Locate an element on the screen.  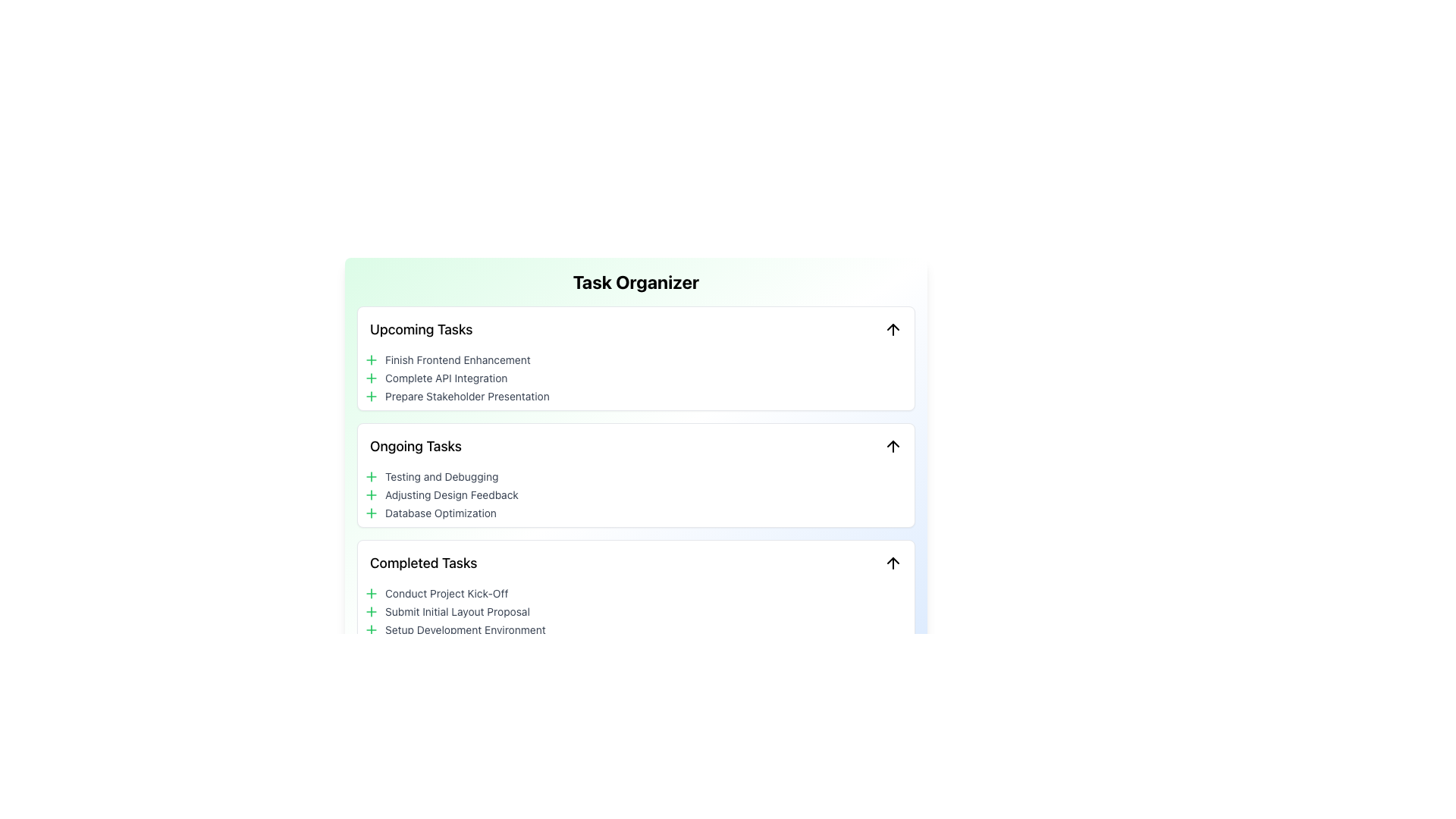
the green plus icon at the start of the text 'Finish Frontend Enhancement' in the 'Upcoming Tasks' section to trigger a tooltip is located at coordinates (371, 359).